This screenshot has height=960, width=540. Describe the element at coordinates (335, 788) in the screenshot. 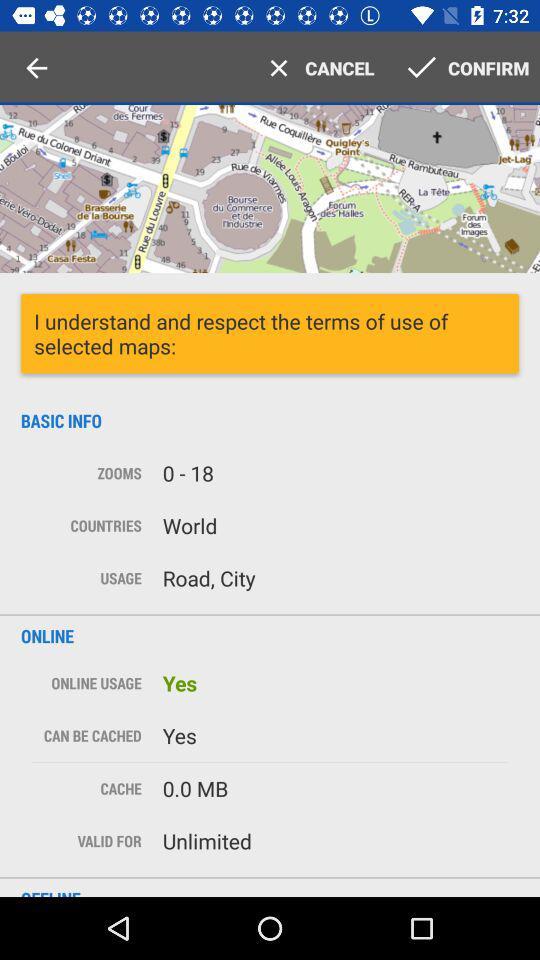

I see `the text which is to the immediate right of cache` at that location.